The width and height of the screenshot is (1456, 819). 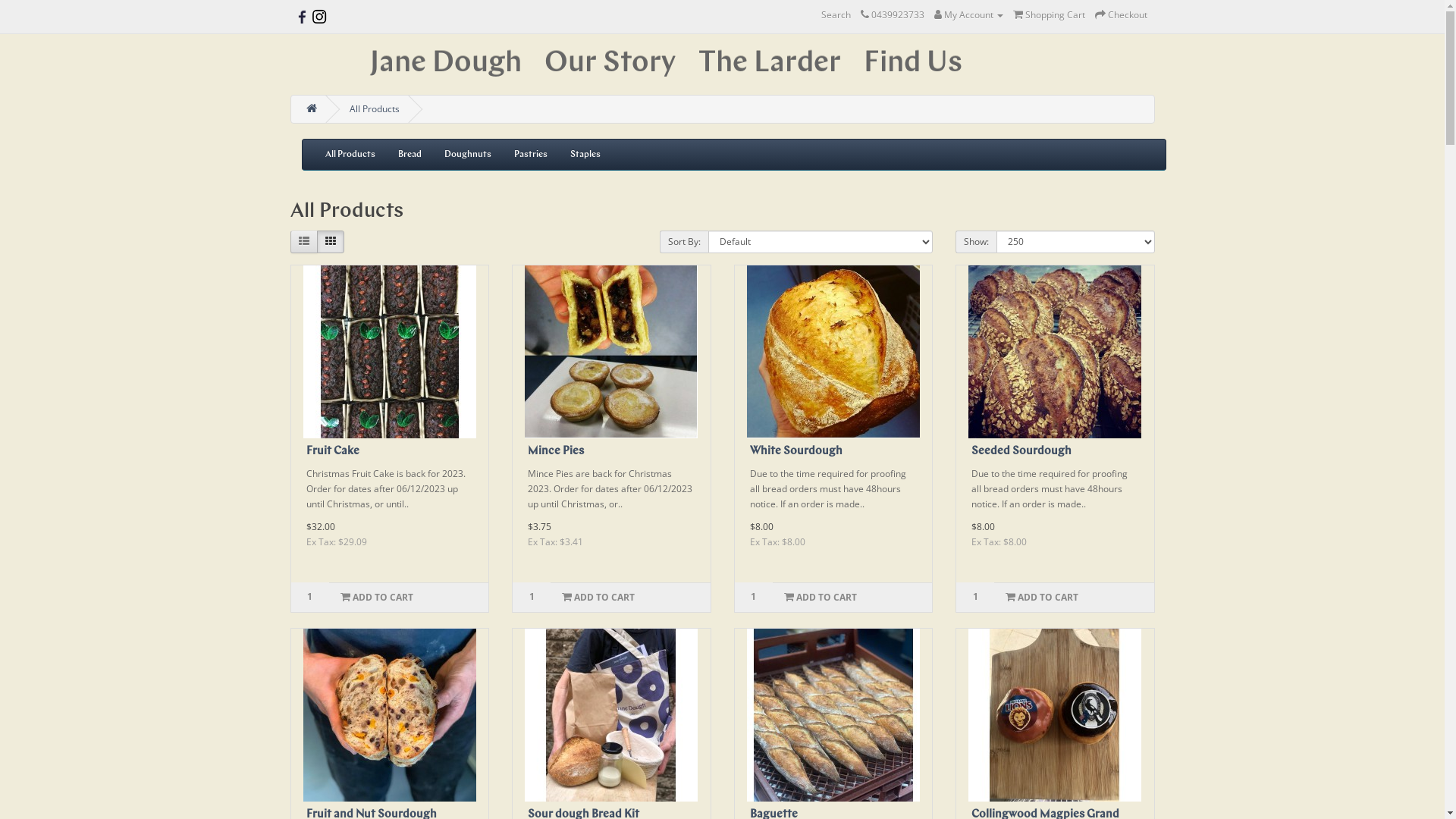 What do you see at coordinates (834, 14) in the screenshot?
I see `'Search'` at bounding box center [834, 14].